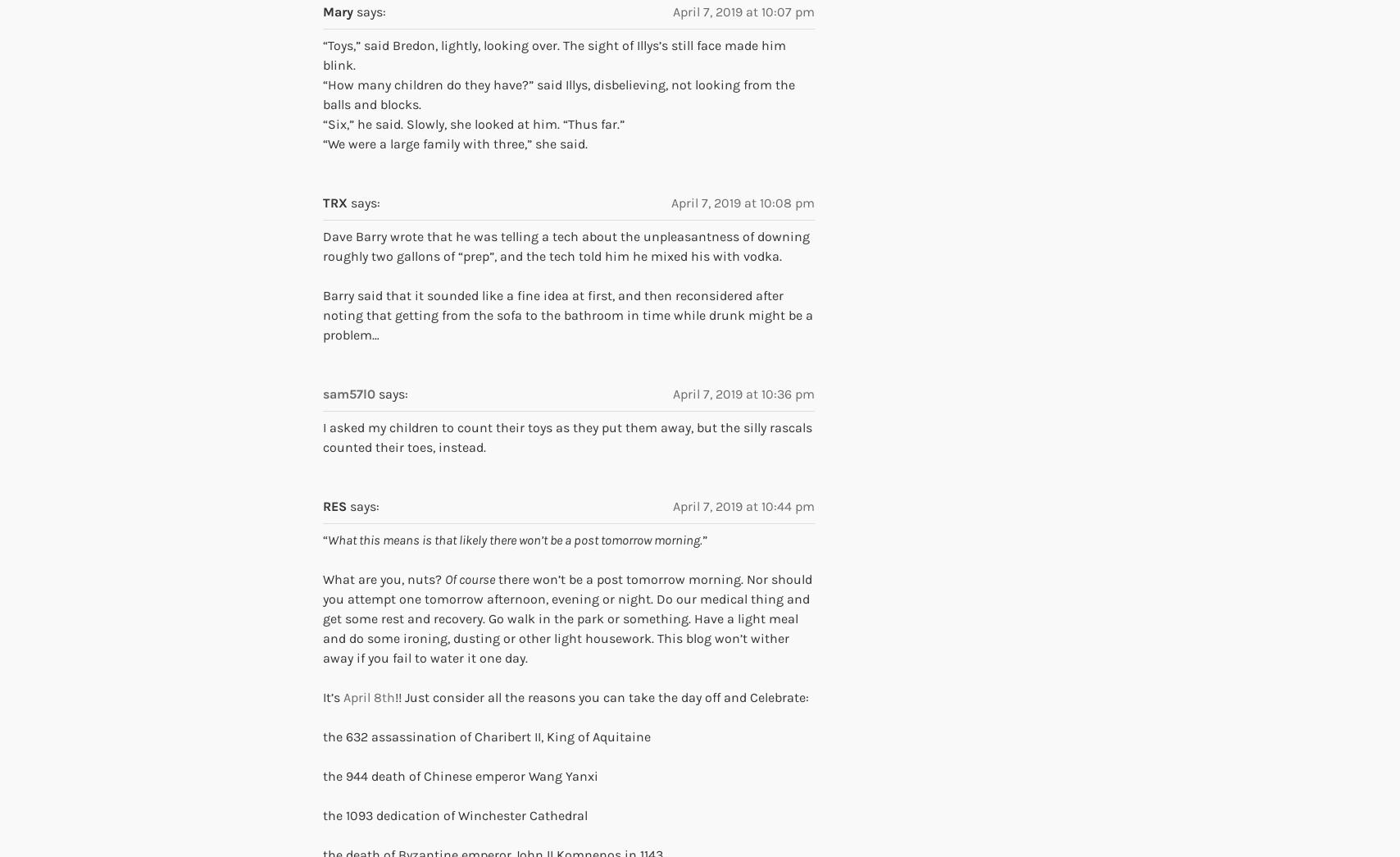  What do you see at coordinates (384, 578) in the screenshot?
I see `'What are you, nuts?'` at bounding box center [384, 578].